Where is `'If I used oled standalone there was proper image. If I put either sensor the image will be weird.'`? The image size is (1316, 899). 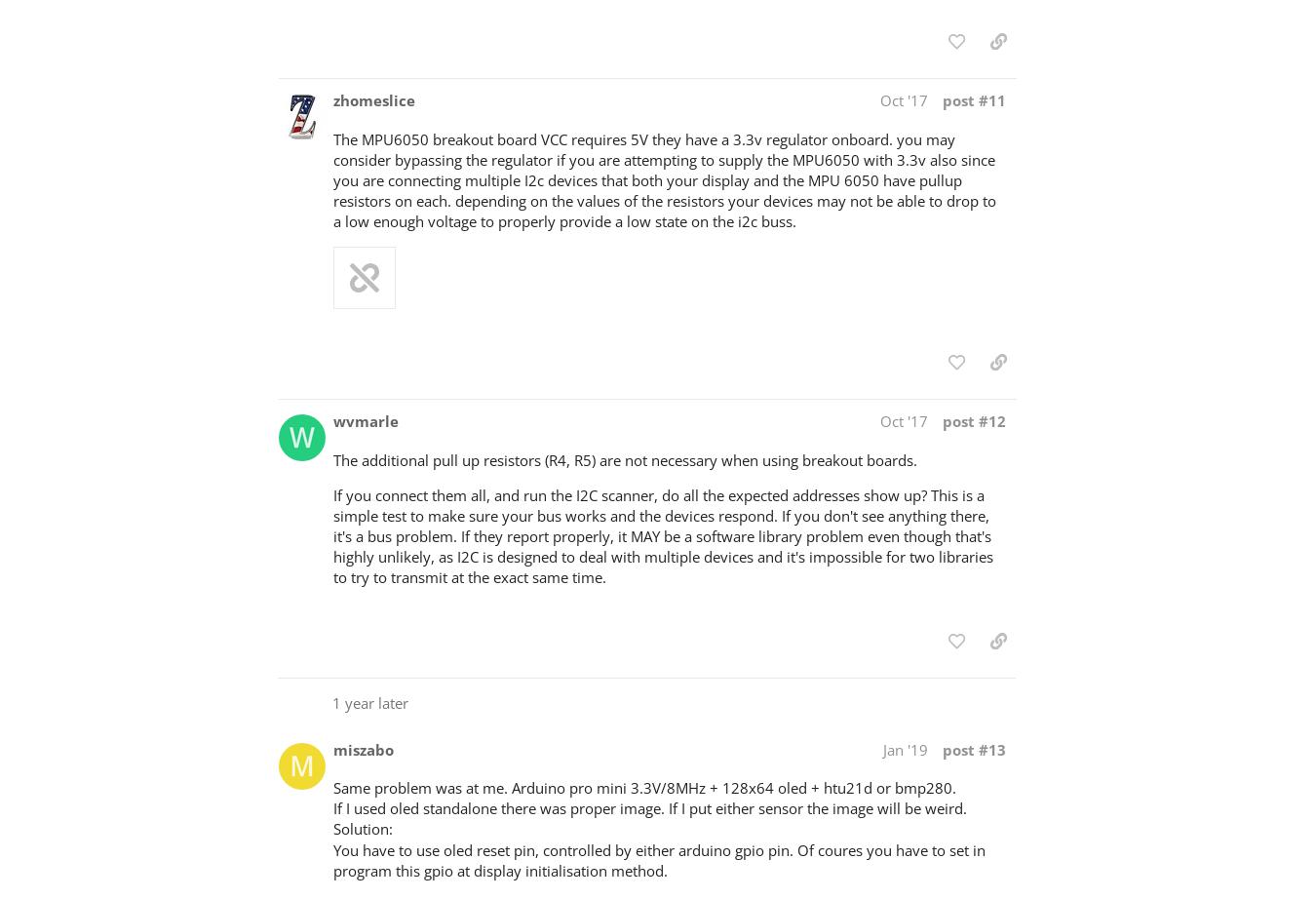
'If I used oled standalone there was proper image. If I put either sensor the image will be weird.' is located at coordinates (650, 806).